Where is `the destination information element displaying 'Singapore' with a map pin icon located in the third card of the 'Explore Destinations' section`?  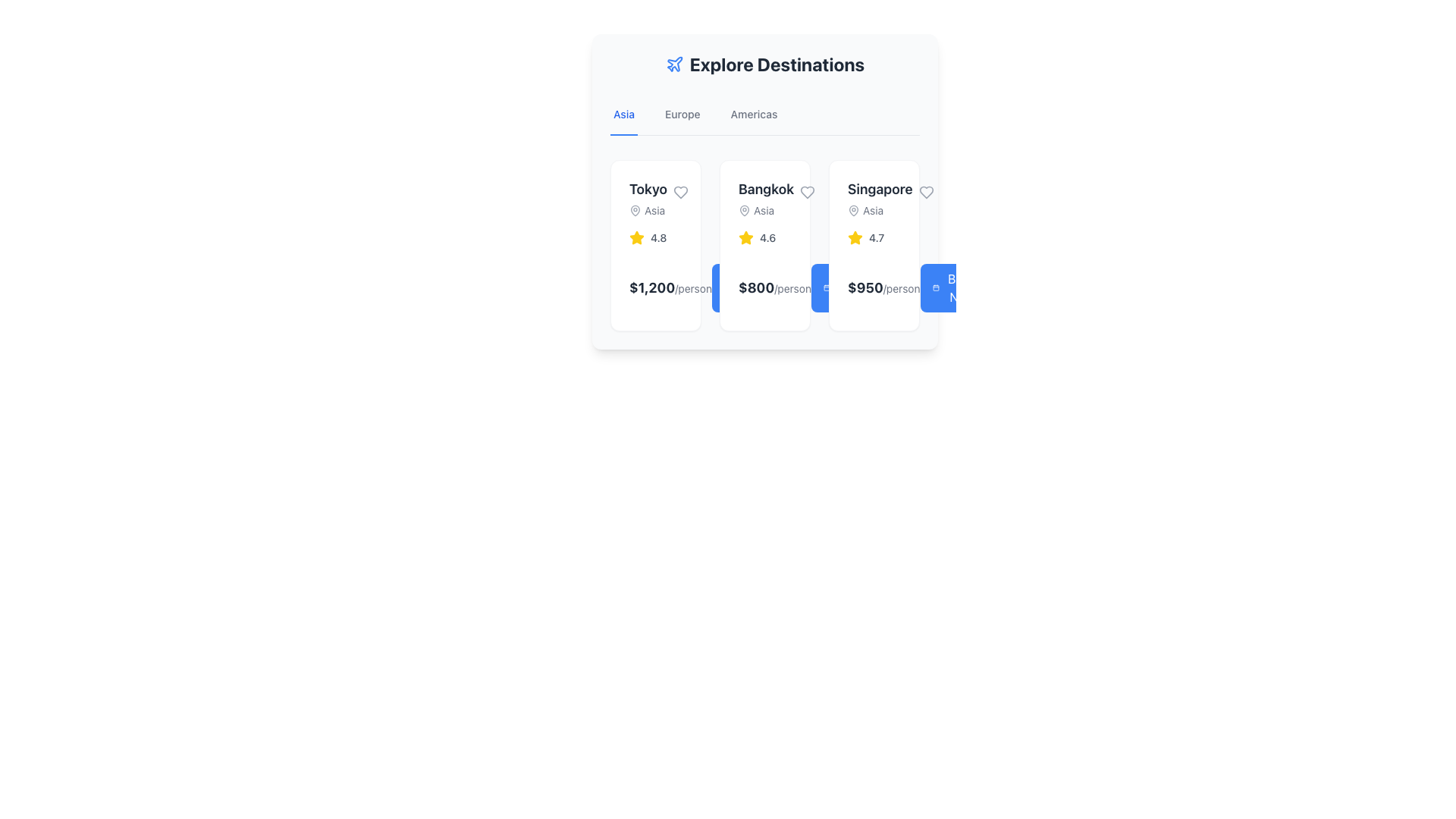 the destination information element displaying 'Singapore' with a map pin icon located in the third card of the 'Explore Destinations' section is located at coordinates (880, 198).